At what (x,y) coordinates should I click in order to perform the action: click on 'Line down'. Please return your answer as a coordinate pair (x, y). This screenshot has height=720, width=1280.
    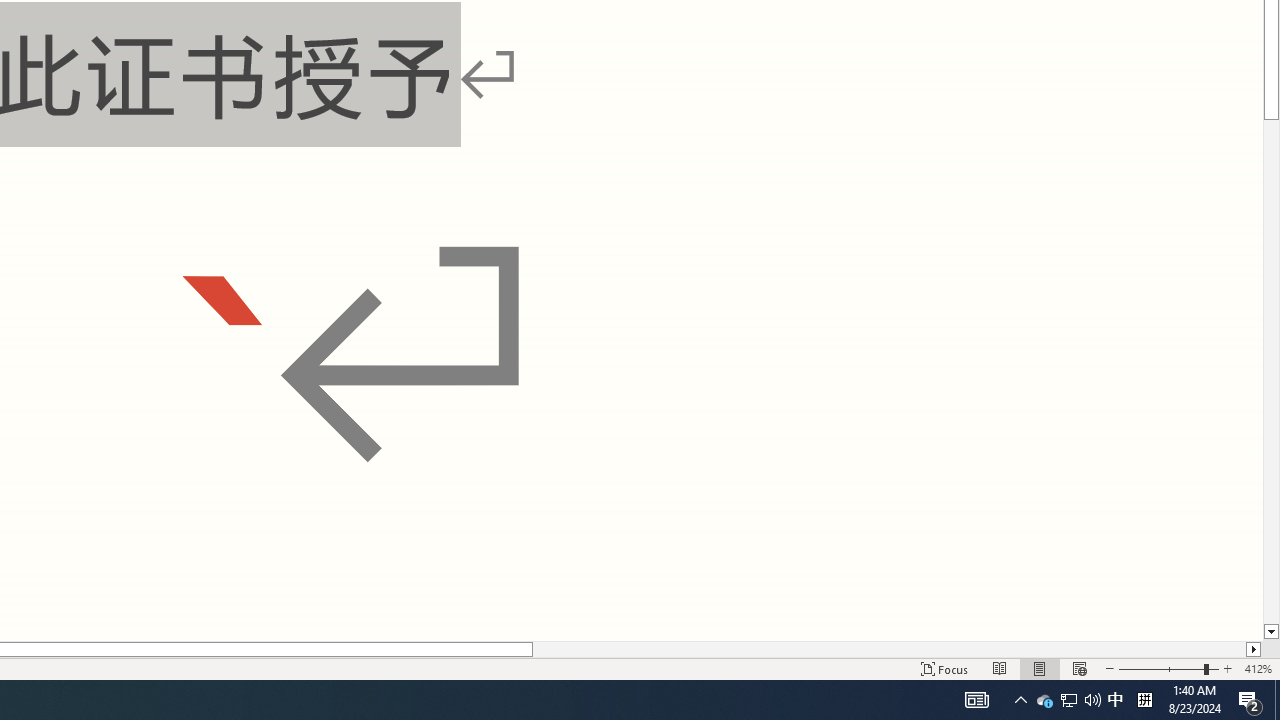
    Looking at the image, I should click on (1270, 632).